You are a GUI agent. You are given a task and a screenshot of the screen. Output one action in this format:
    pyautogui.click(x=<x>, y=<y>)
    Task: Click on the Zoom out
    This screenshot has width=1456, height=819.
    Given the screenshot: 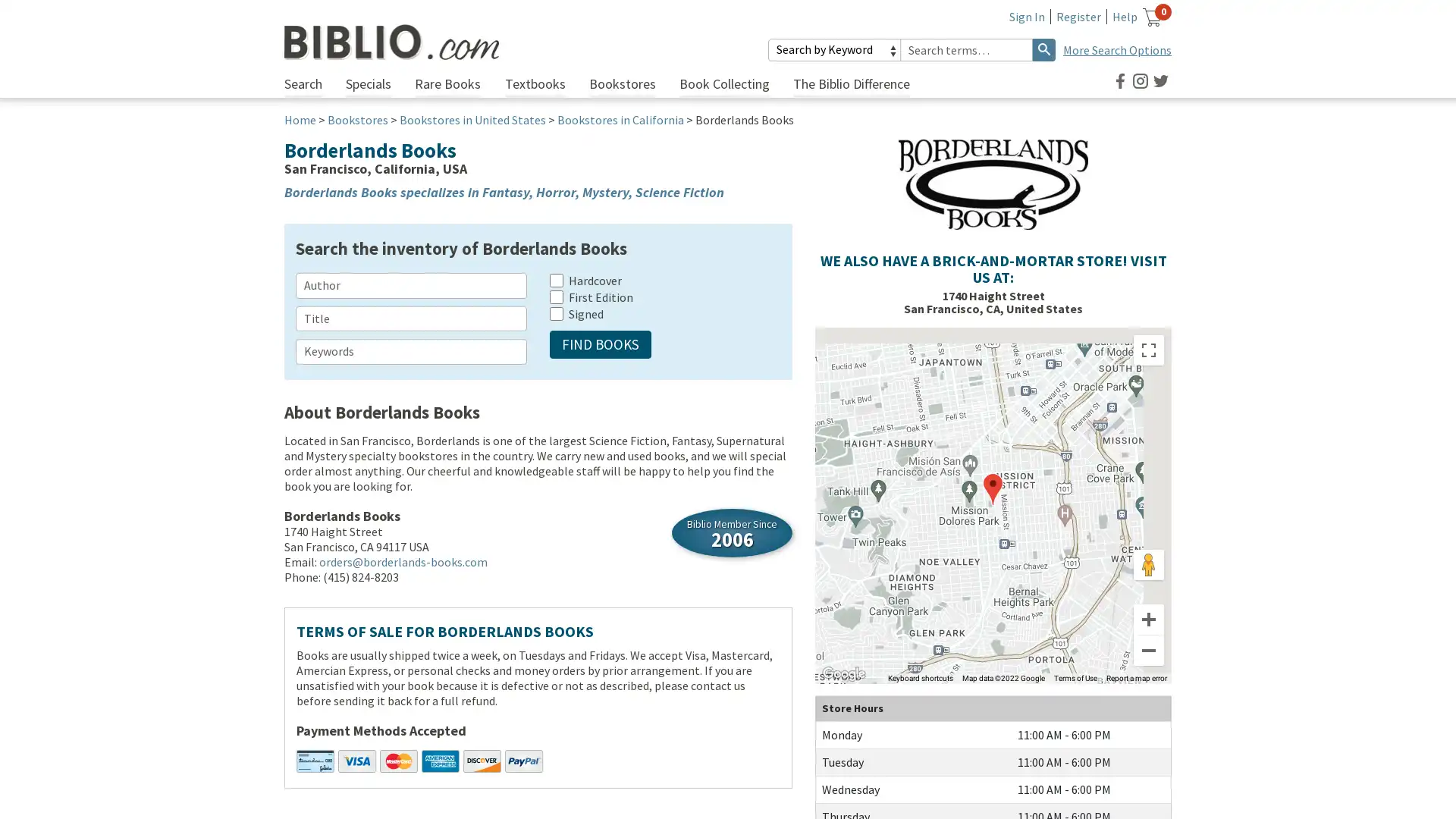 What is the action you would take?
    pyautogui.click(x=1149, y=649)
    